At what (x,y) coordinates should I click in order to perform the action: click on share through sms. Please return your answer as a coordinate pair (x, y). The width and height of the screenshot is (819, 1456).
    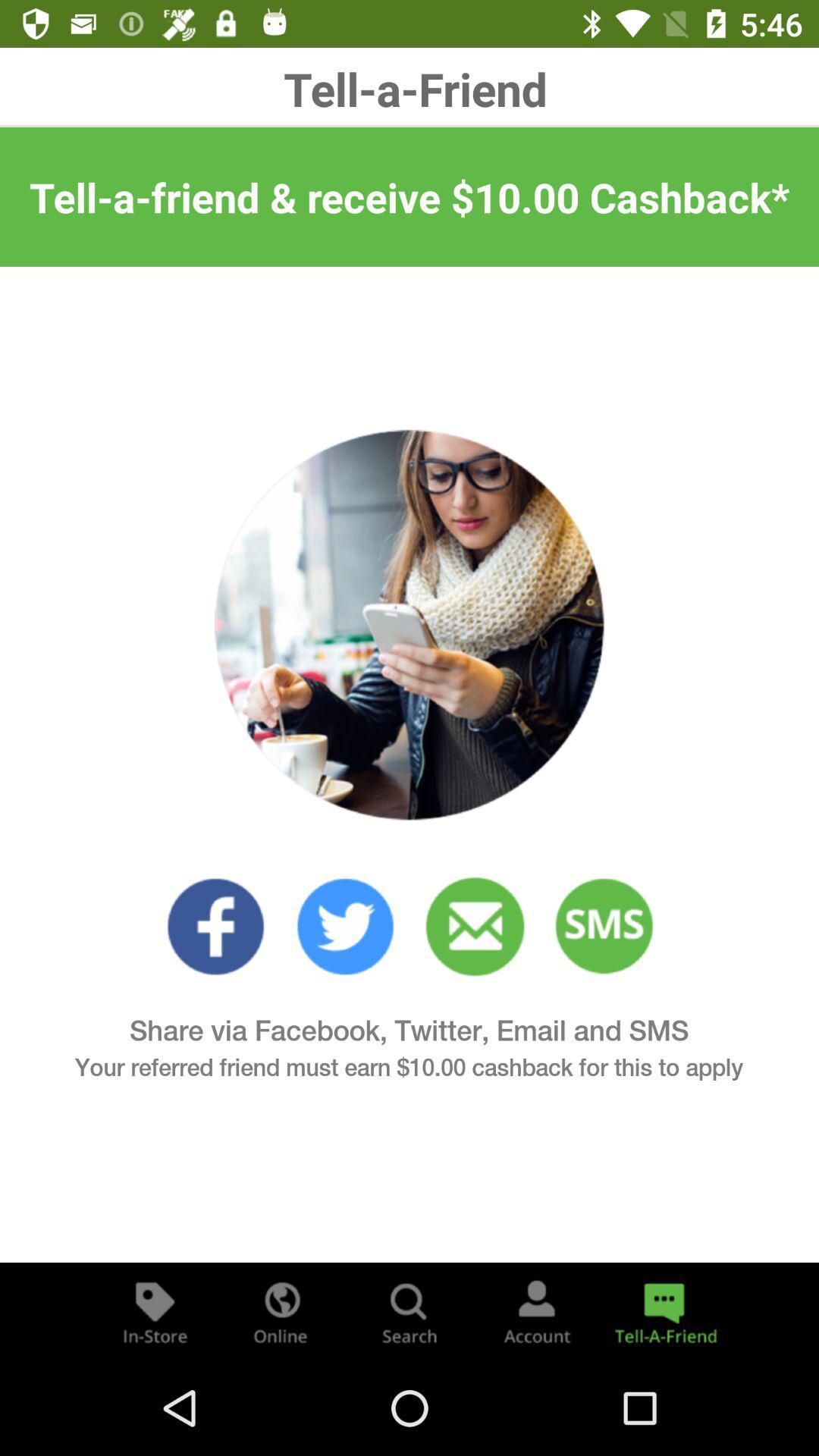
    Looking at the image, I should click on (604, 926).